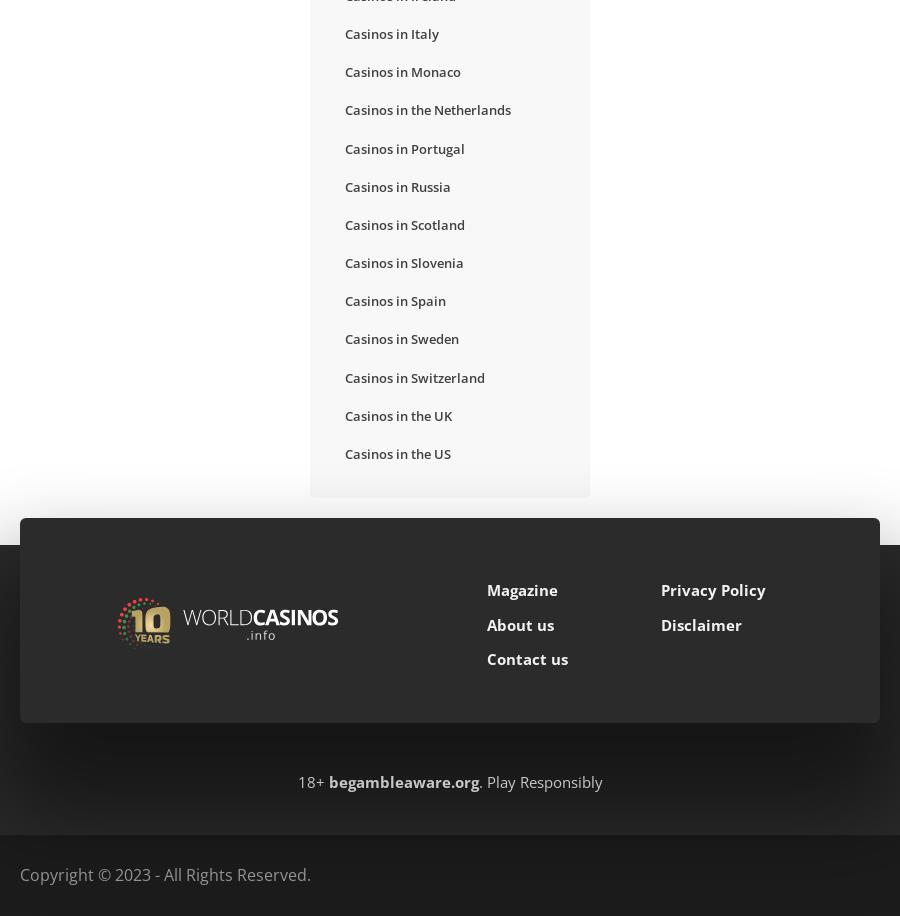  Describe the element at coordinates (344, 414) in the screenshot. I see `'Casinos in the UK'` at that location.